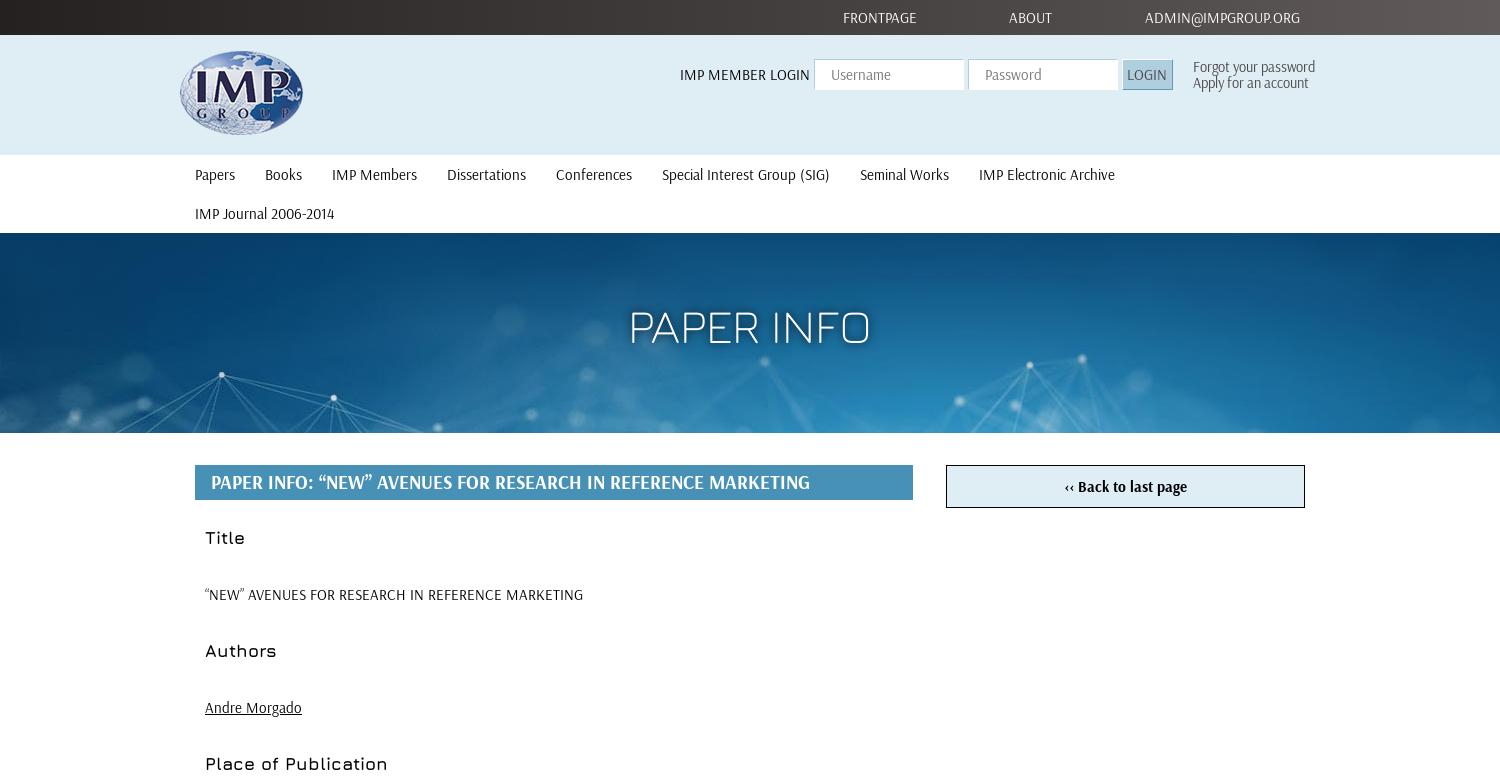  Describe the element at coordinates (204, 650) in the screenshot. I see `'Authors'` at that location.